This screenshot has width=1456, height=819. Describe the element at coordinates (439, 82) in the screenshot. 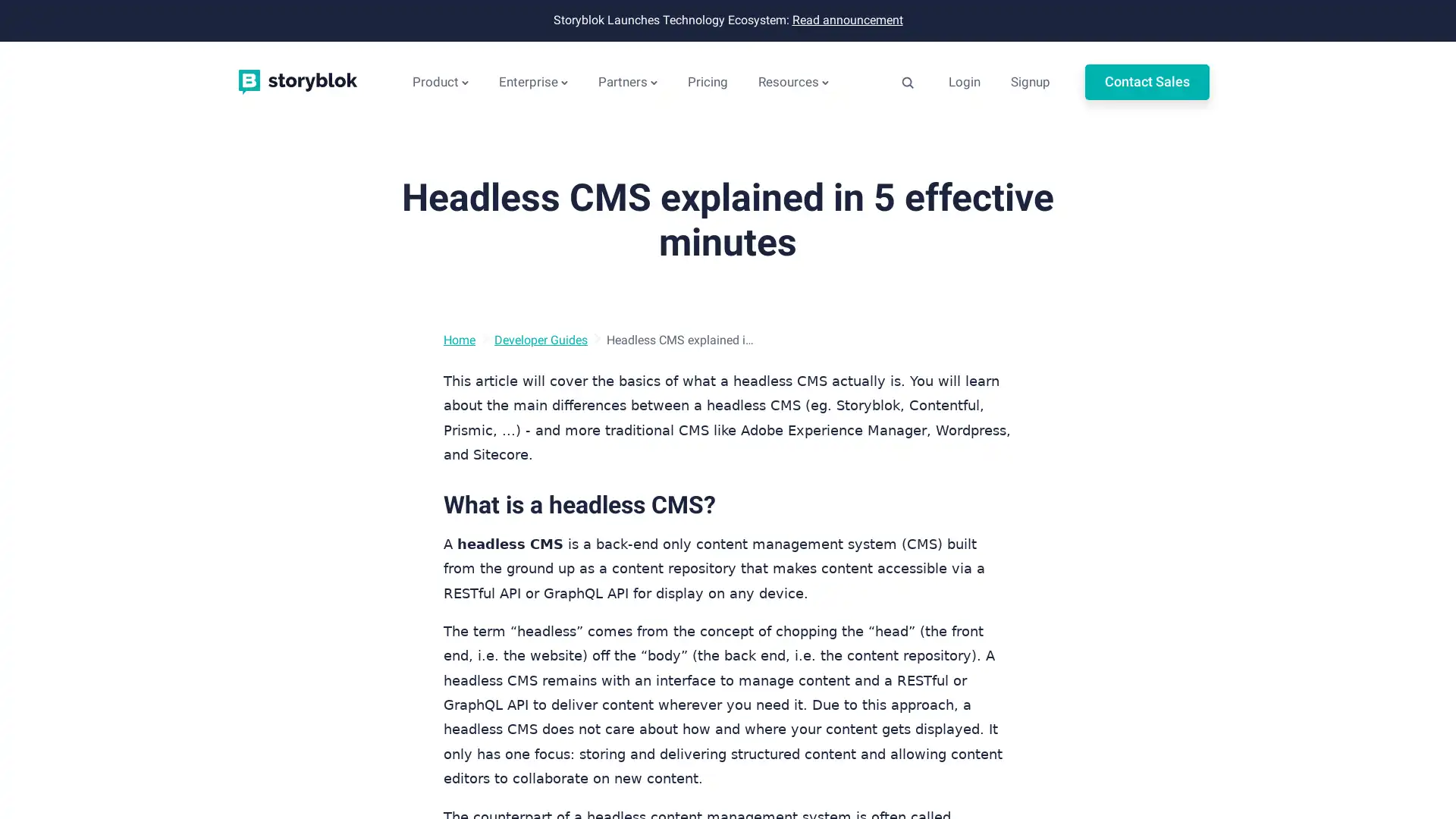

I see `Product` at that location.